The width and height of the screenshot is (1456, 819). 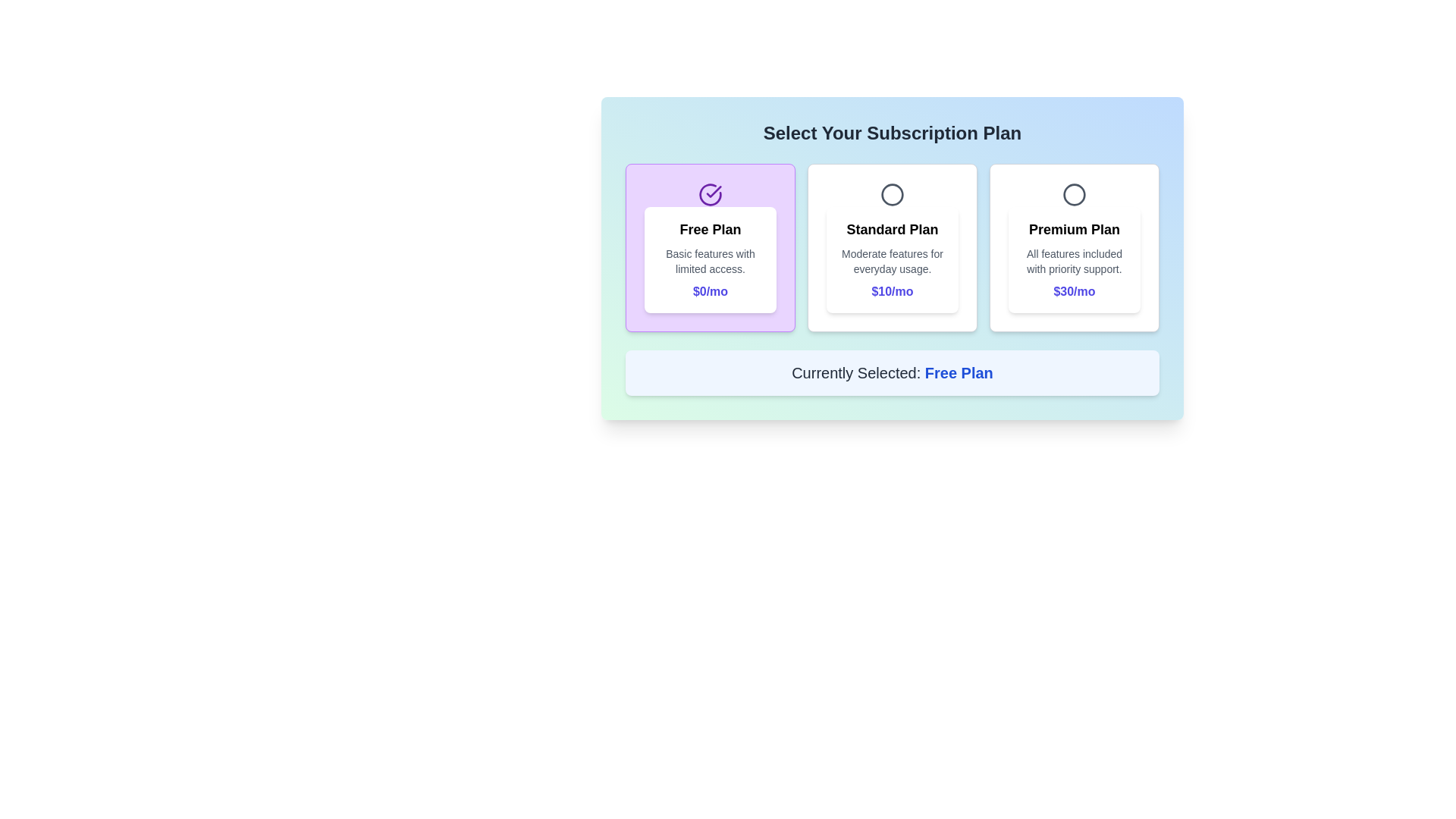 What do you see at coordinates (709, 247) in the screenshot?
I see `the first interactive subscription plan card located in the top-left corner of the grid` at bounding box center [709, 247].